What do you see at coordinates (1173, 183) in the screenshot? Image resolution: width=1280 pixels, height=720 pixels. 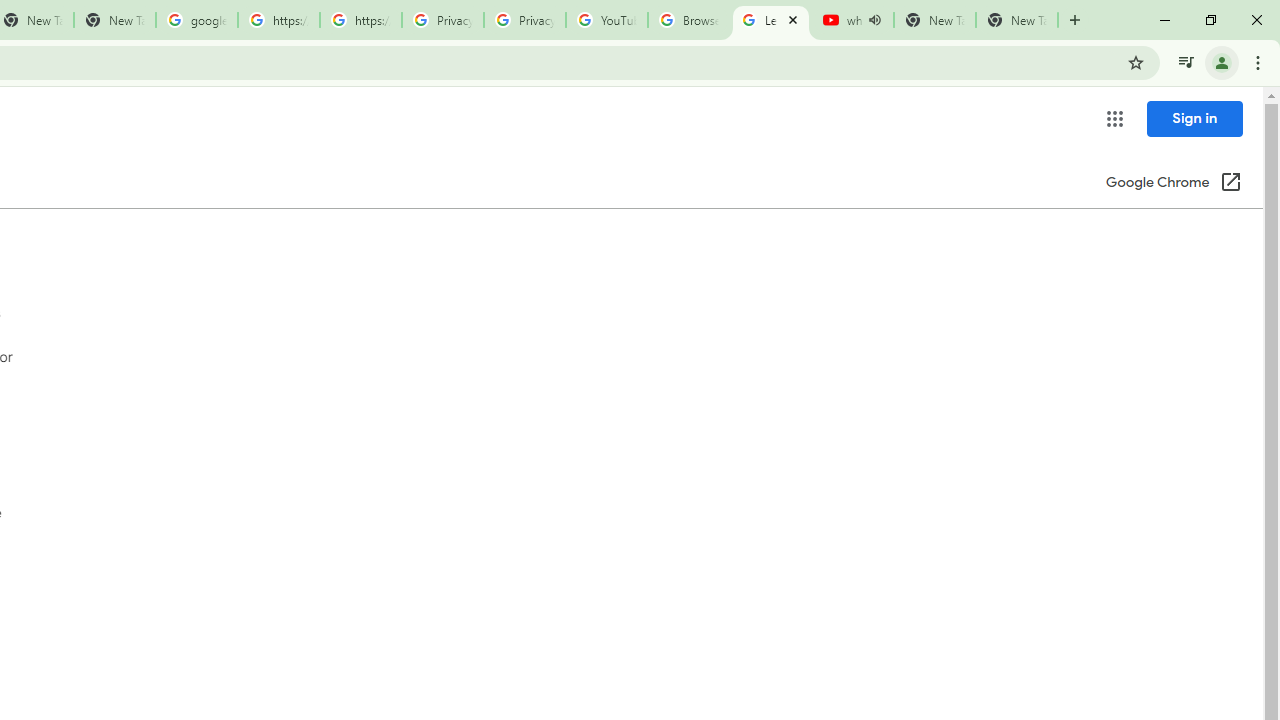 I see `'Google Chrome (Open in a new window)'` at bounding box center [1173, 183].